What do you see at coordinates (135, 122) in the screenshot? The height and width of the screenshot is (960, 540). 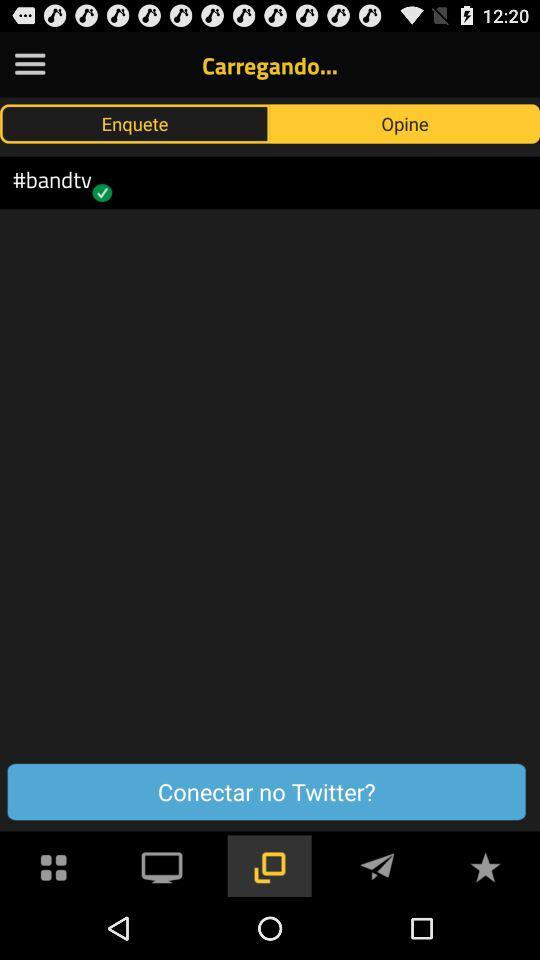 I see `app above #bandtv` at bounding box center [135, 122].